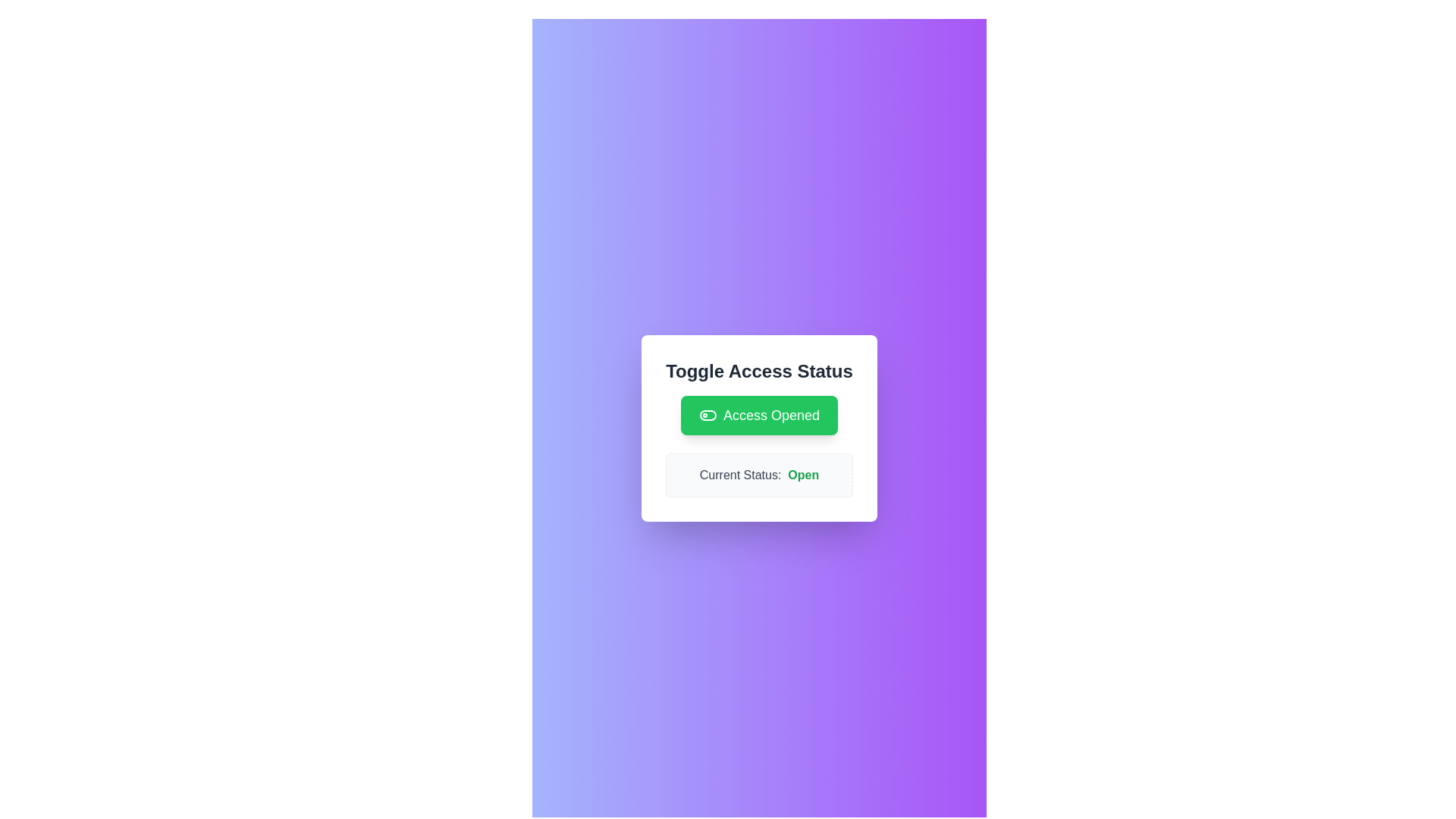  What do you see at coordinates (759, 415) in the screenshot?
I see `the 'Access Opened' button to toggle the access status` at bounding box center [759, 415].